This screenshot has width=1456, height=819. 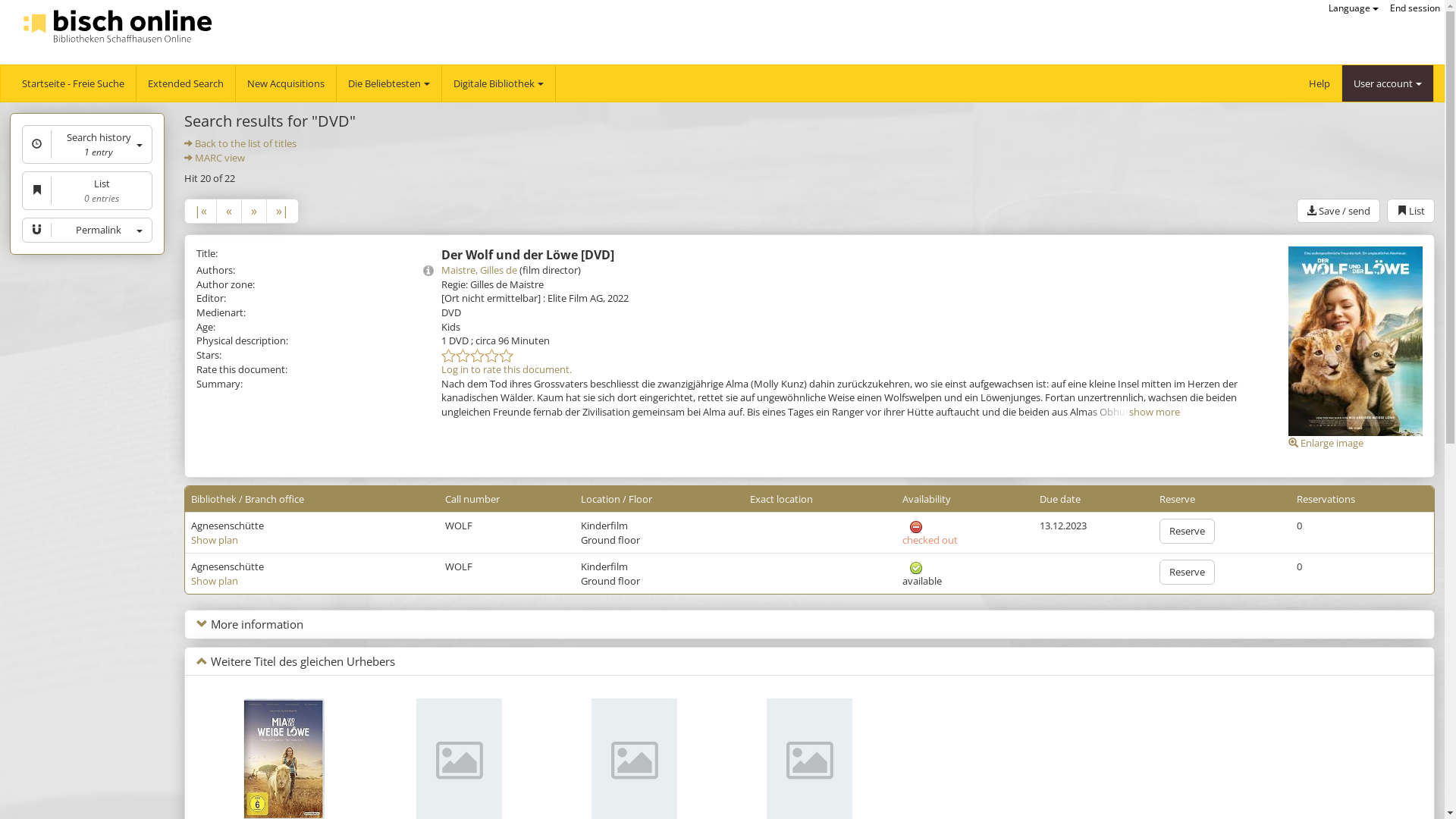 What do you see at coordinates (1128, 412) in the screenshot?
I see `'show more'` at bounding box center [1128, 412].